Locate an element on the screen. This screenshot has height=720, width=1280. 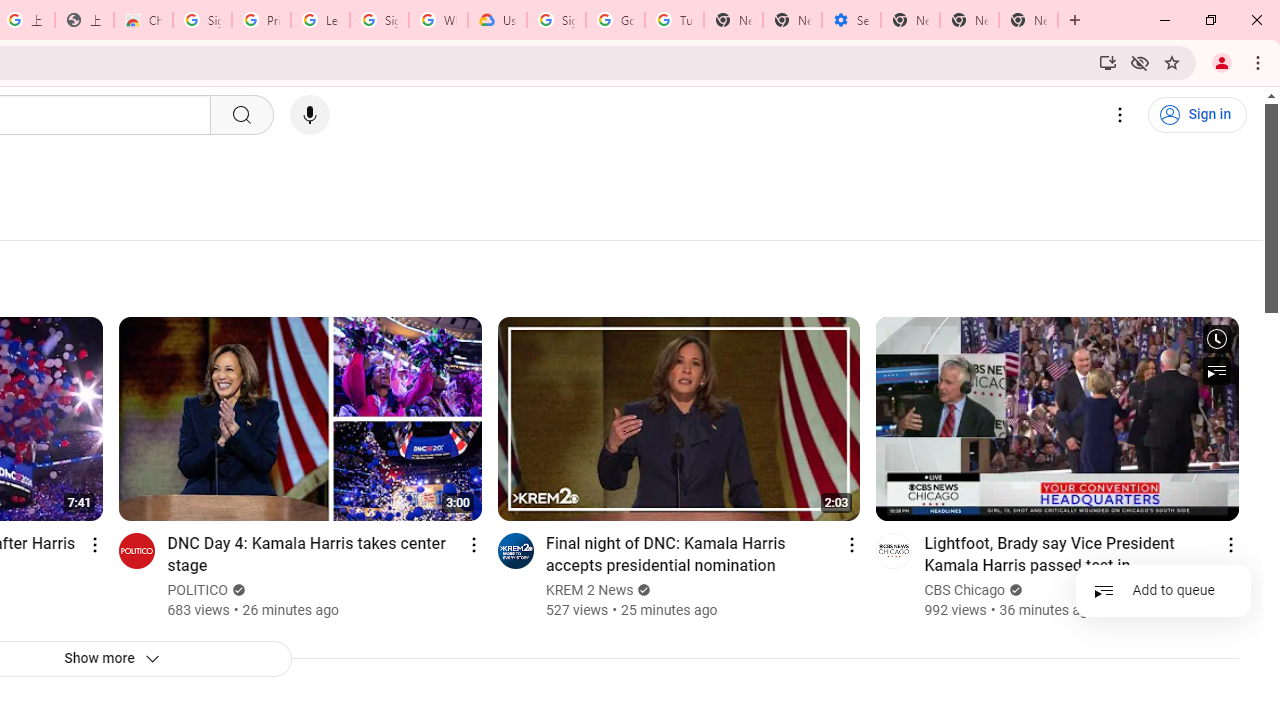
'Settings - Addresses and more' is located at coordinates (851, 20).